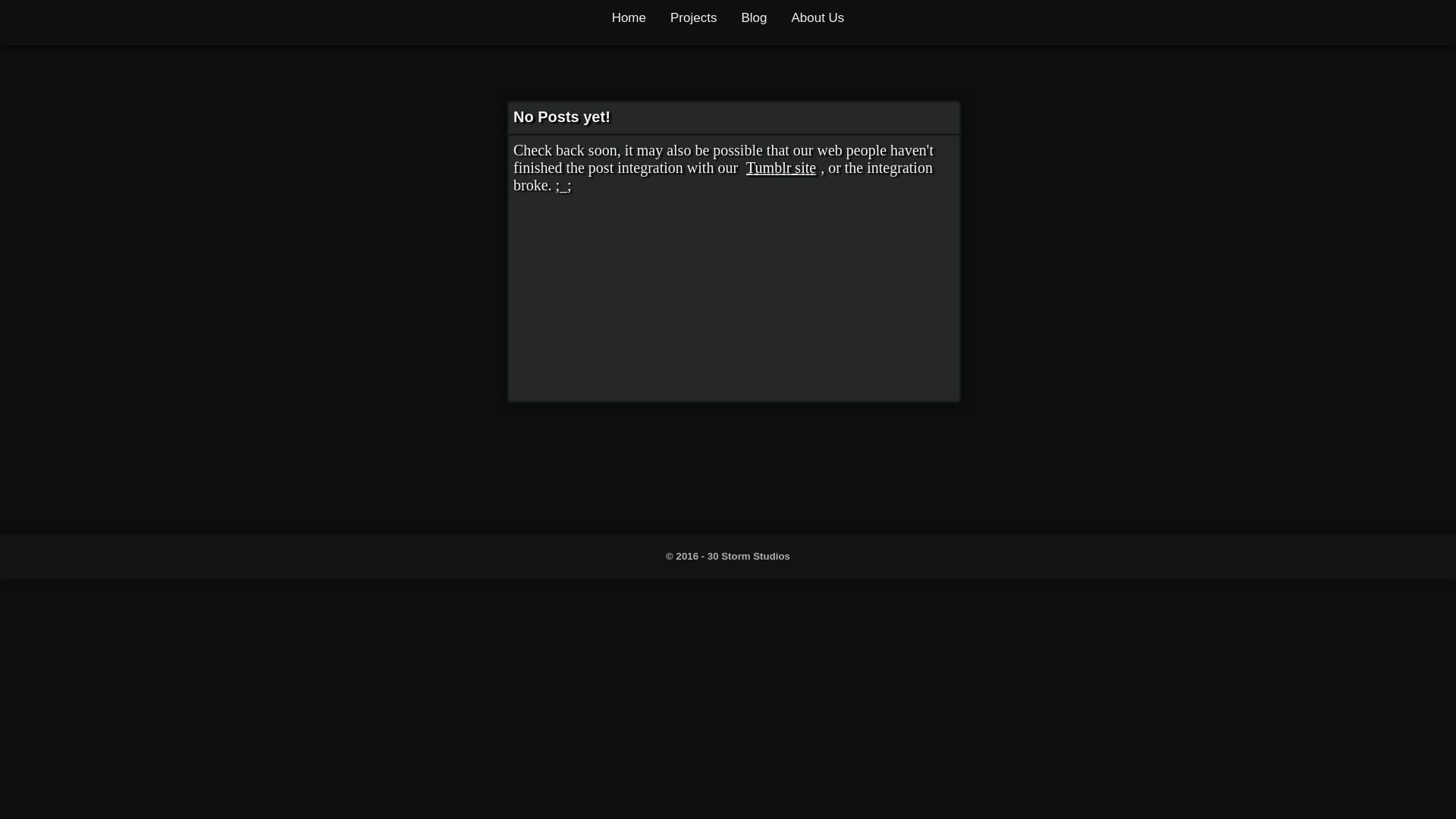 This screenshot has height=819, width=1456. What do you see at coordinates (781, 167) in the screenshot?
I see `'Tumblr site'` at bounding box center [781, 167].